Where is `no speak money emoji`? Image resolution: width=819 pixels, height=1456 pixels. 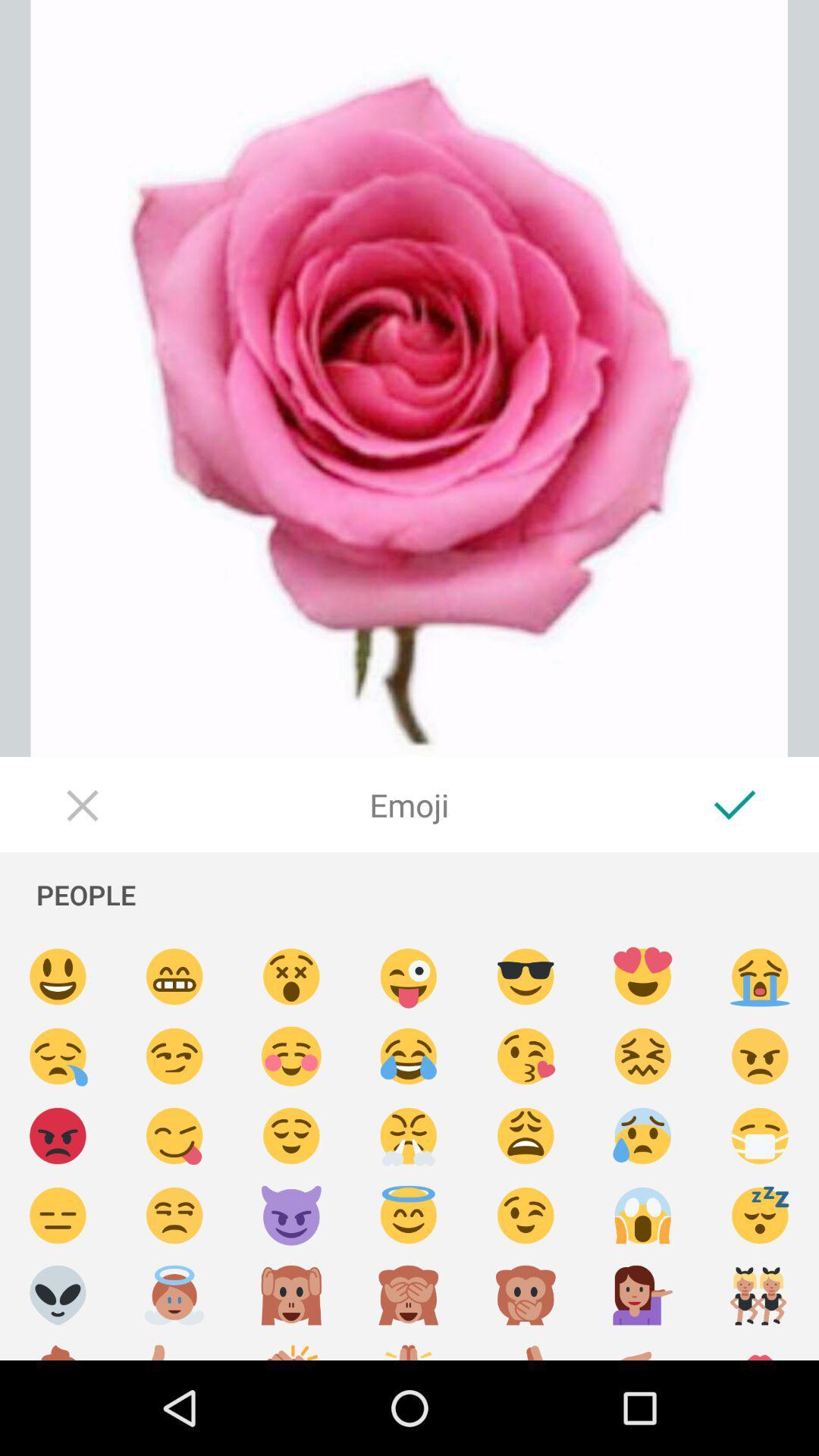
no speak money emoji is located at coordinates (525, 1294).